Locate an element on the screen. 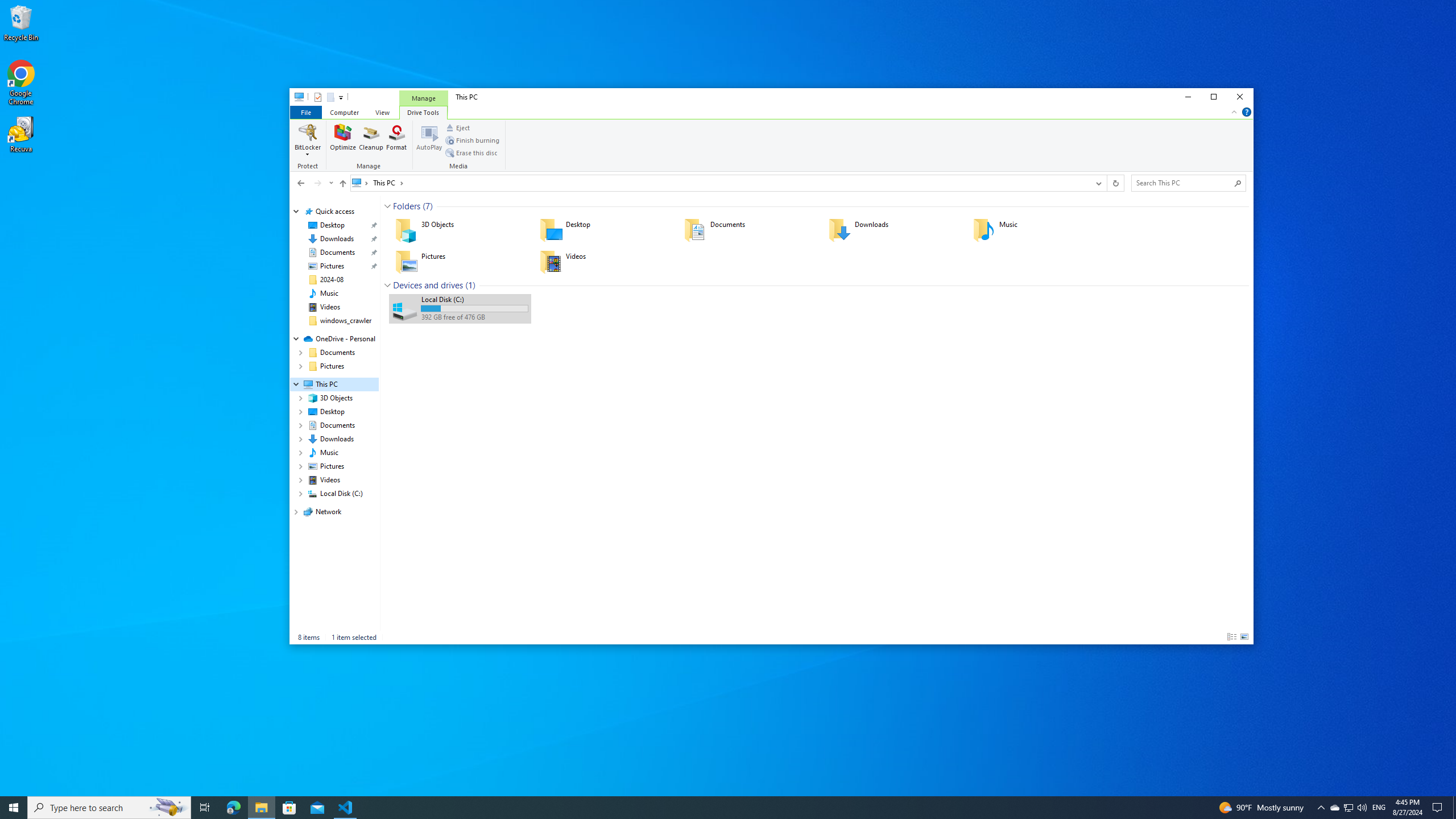  'View' is located at coordinates (382, 111).